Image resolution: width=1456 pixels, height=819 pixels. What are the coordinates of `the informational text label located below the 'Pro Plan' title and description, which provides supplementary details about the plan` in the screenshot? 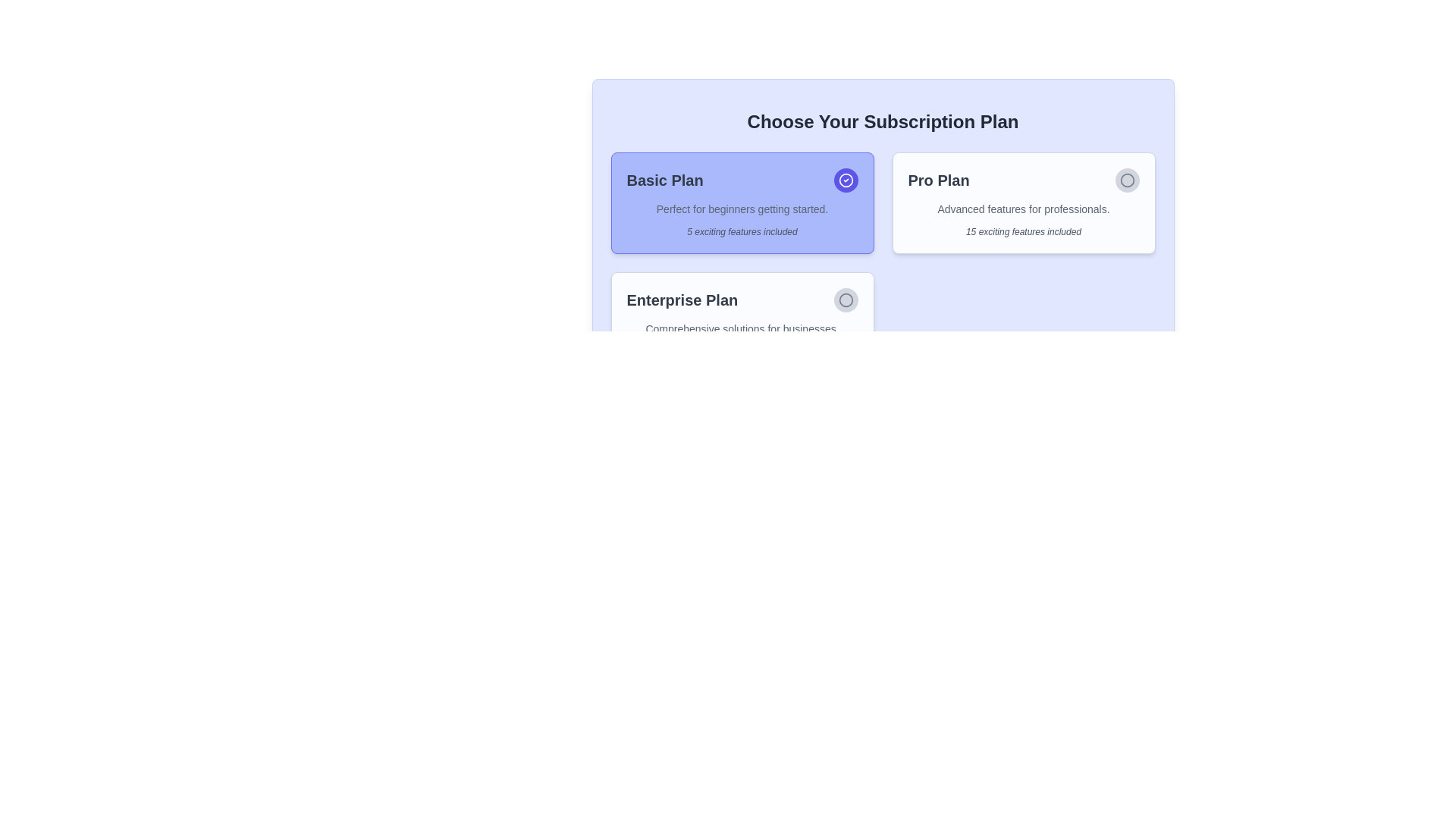 It's located at (1023, 231).